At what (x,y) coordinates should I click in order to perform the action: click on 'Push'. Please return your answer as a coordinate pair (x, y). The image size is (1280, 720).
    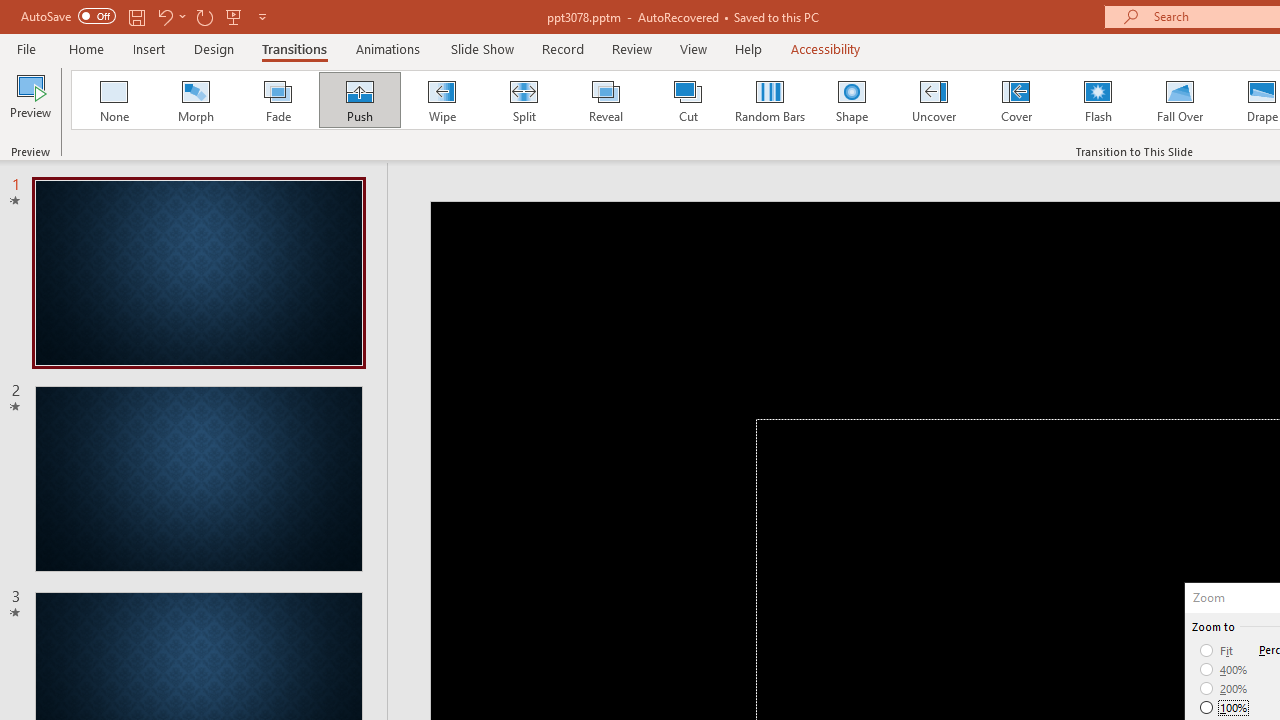
    Looking at the image, I should click on (359, 100).